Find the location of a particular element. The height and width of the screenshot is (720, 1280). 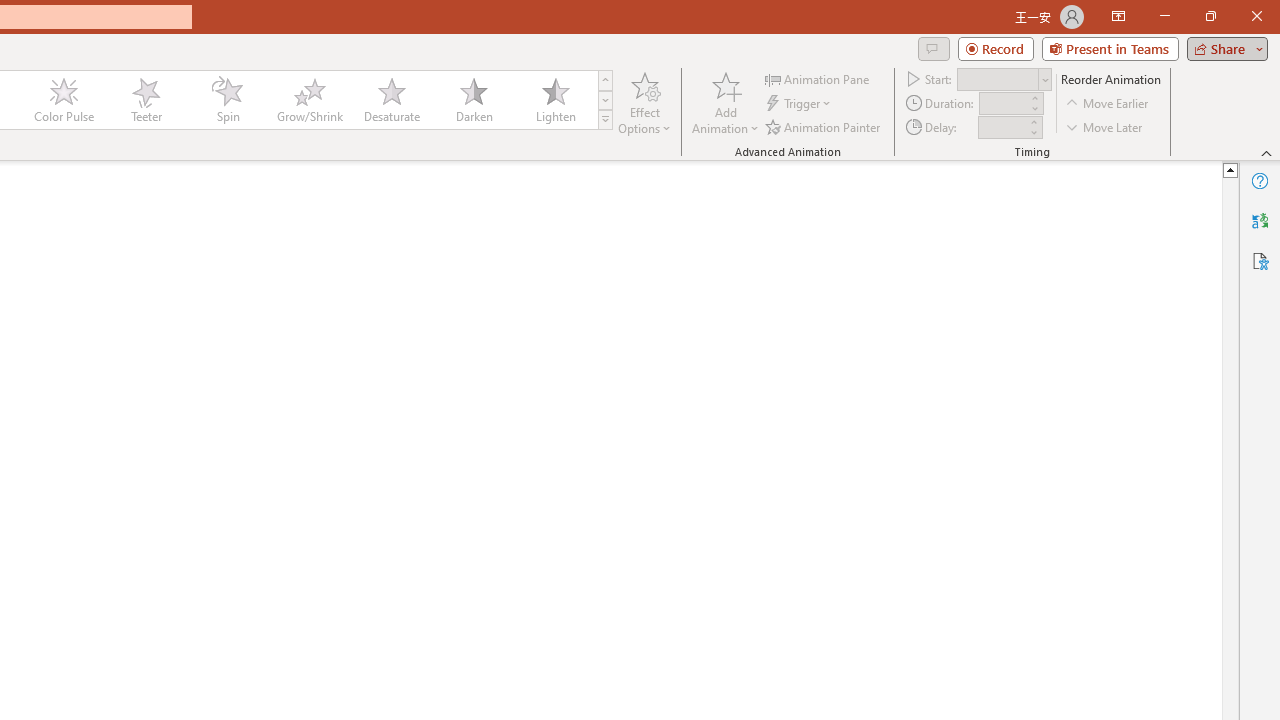

'Animation Pane' is located at coordinates (818, 78).